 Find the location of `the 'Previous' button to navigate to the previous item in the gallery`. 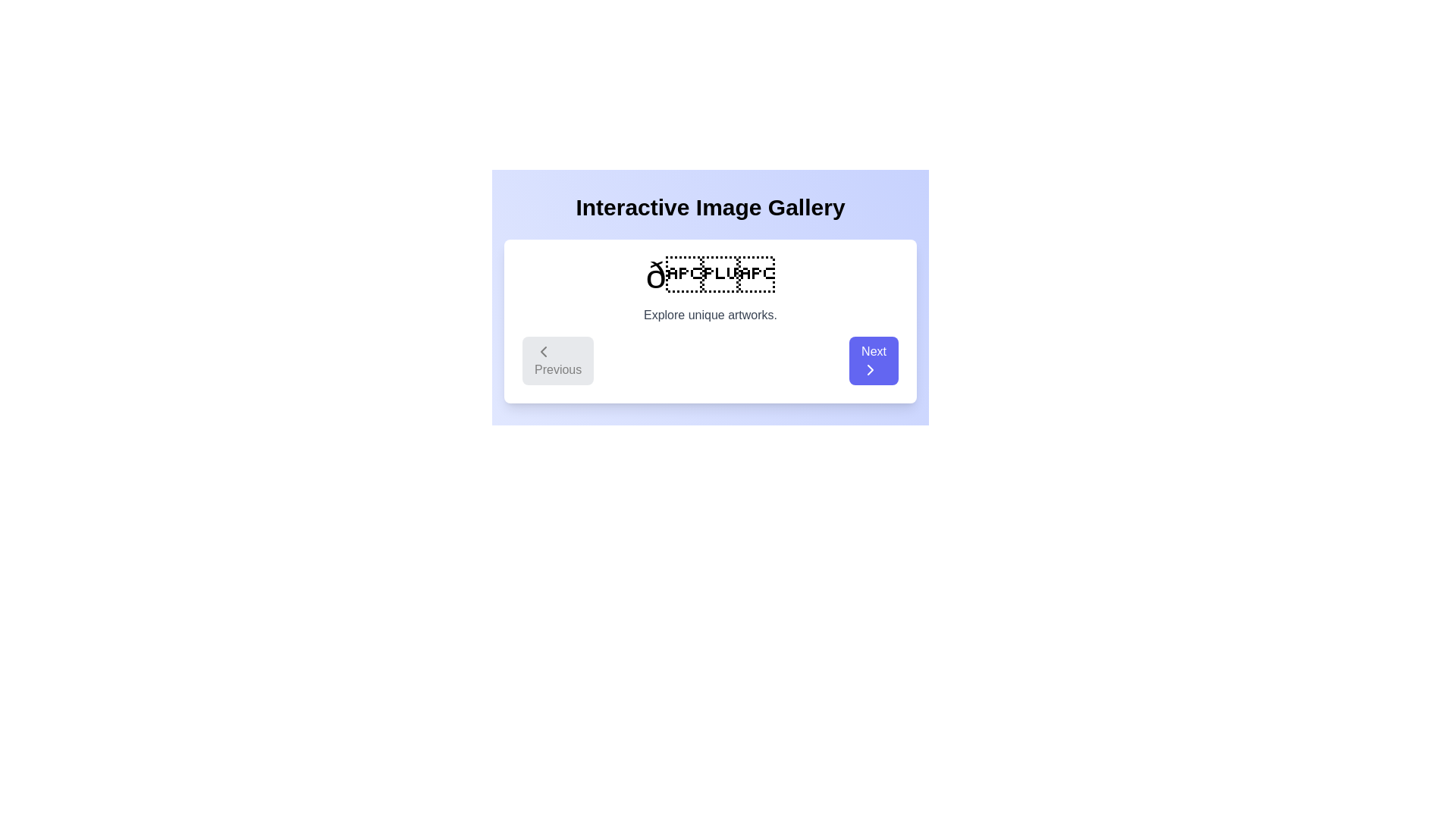

the 'Previous' button to navigate to the previous item in the gallery is located at coordinates (557, 360).